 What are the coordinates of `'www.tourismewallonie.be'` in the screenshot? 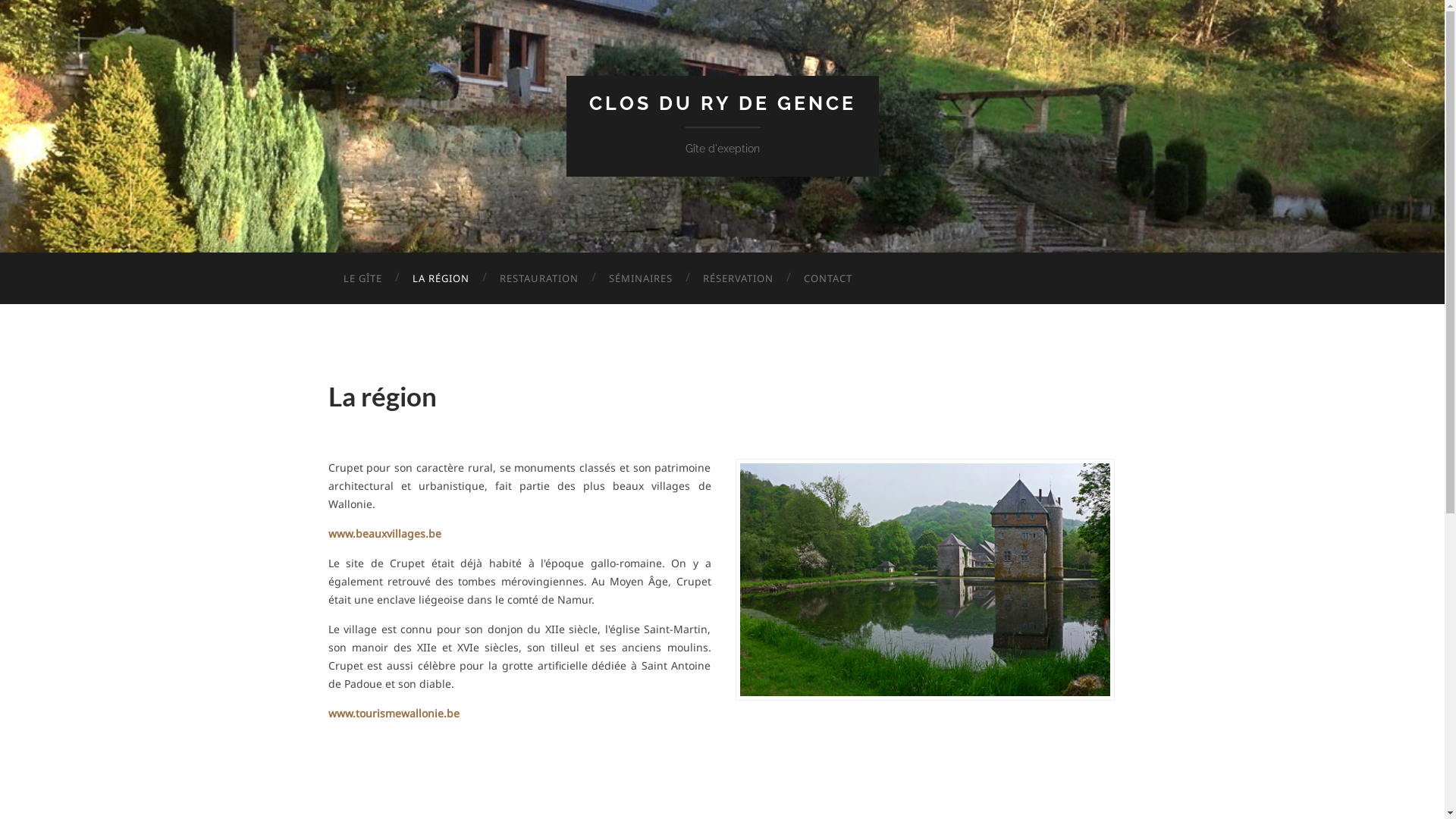 It's located at (327, 713).